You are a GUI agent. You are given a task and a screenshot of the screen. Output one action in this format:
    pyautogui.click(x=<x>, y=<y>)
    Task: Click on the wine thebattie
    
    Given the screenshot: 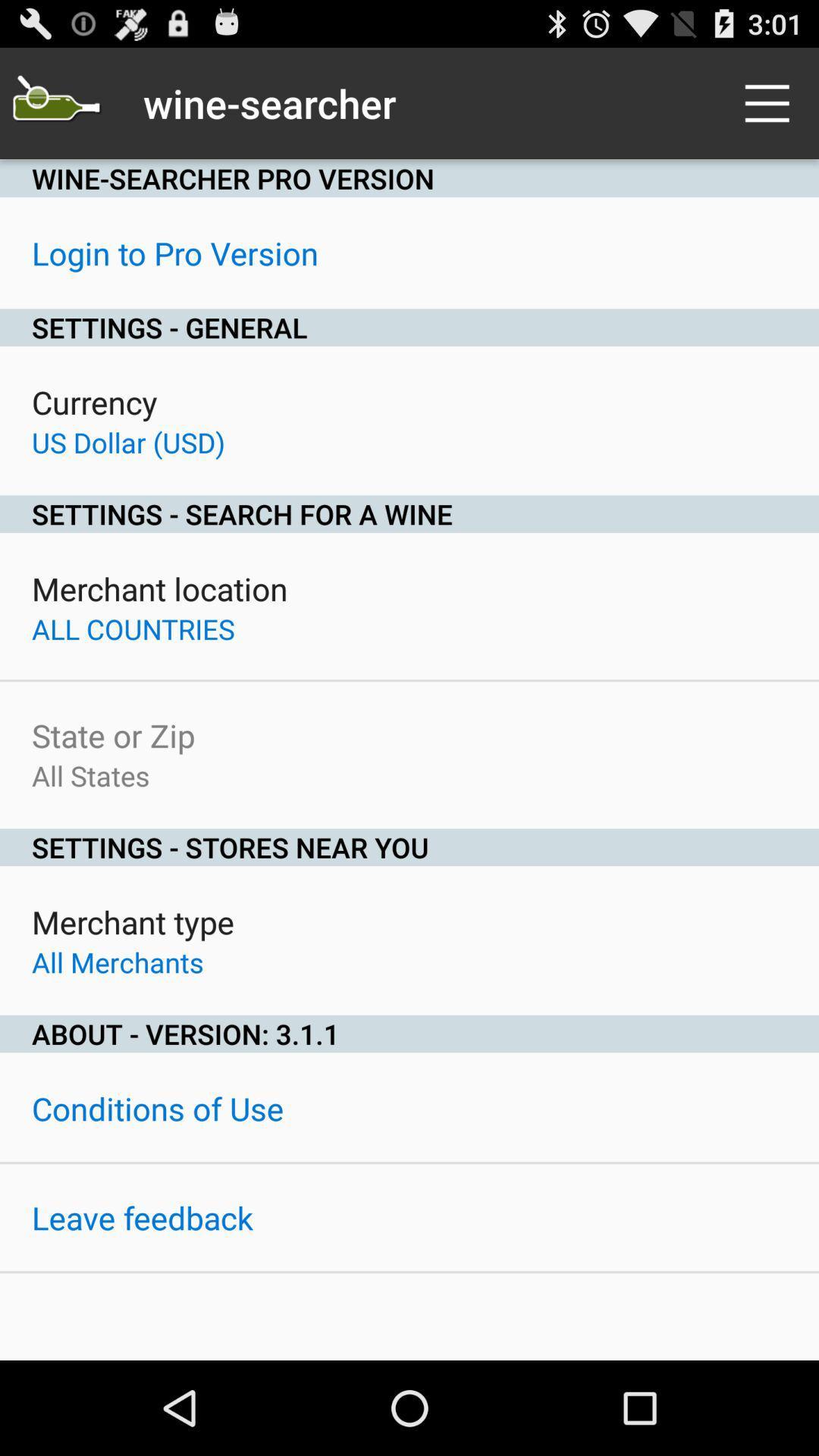 What is the action you would take?
    pyautogui.click(x=55, y=102)
    